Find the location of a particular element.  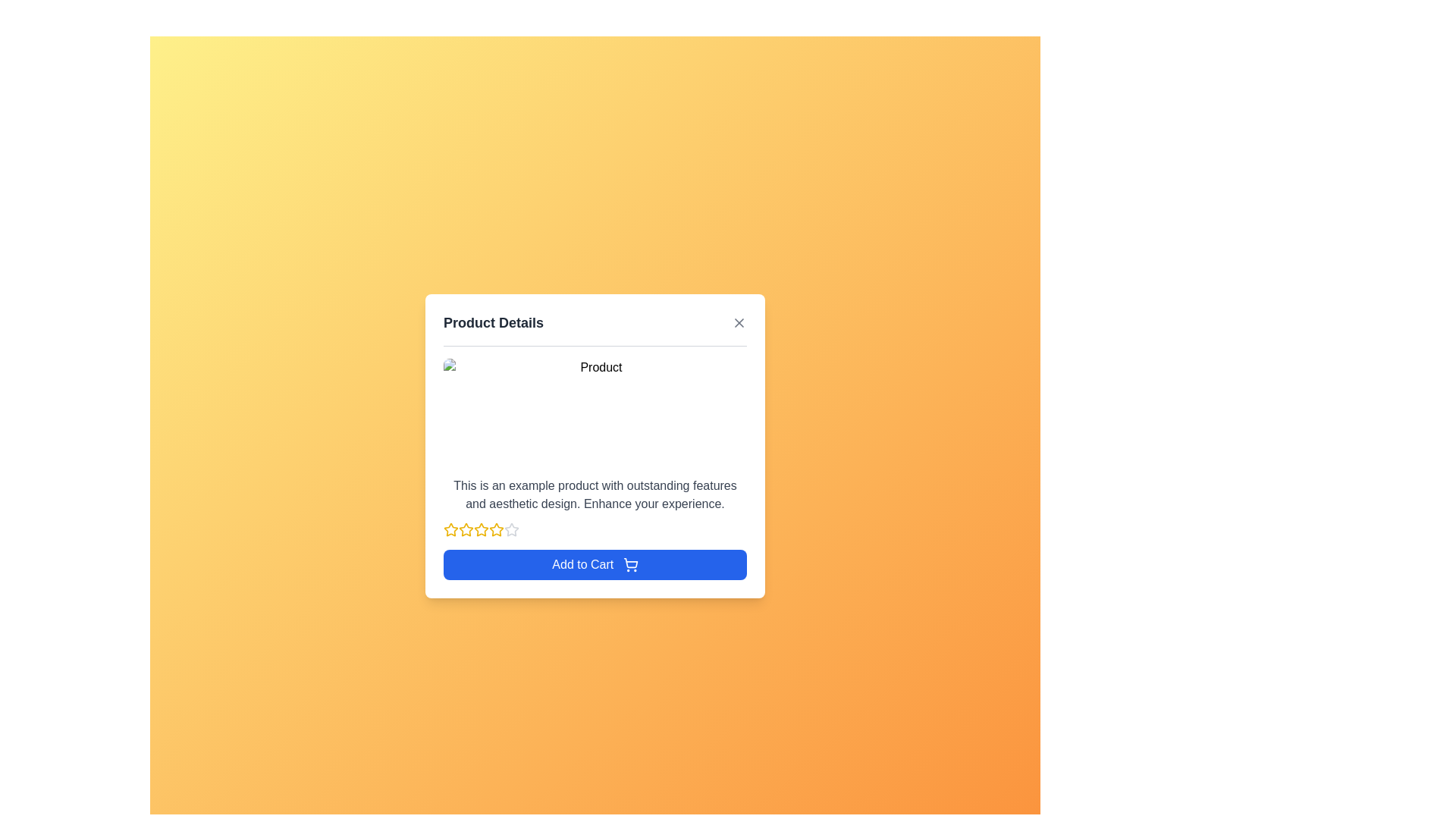

the close button represented by a thin, dark-grey 'X' icon in the top-right corner of the 'Product Details' header to change its color is located at coordinates (739, 322).